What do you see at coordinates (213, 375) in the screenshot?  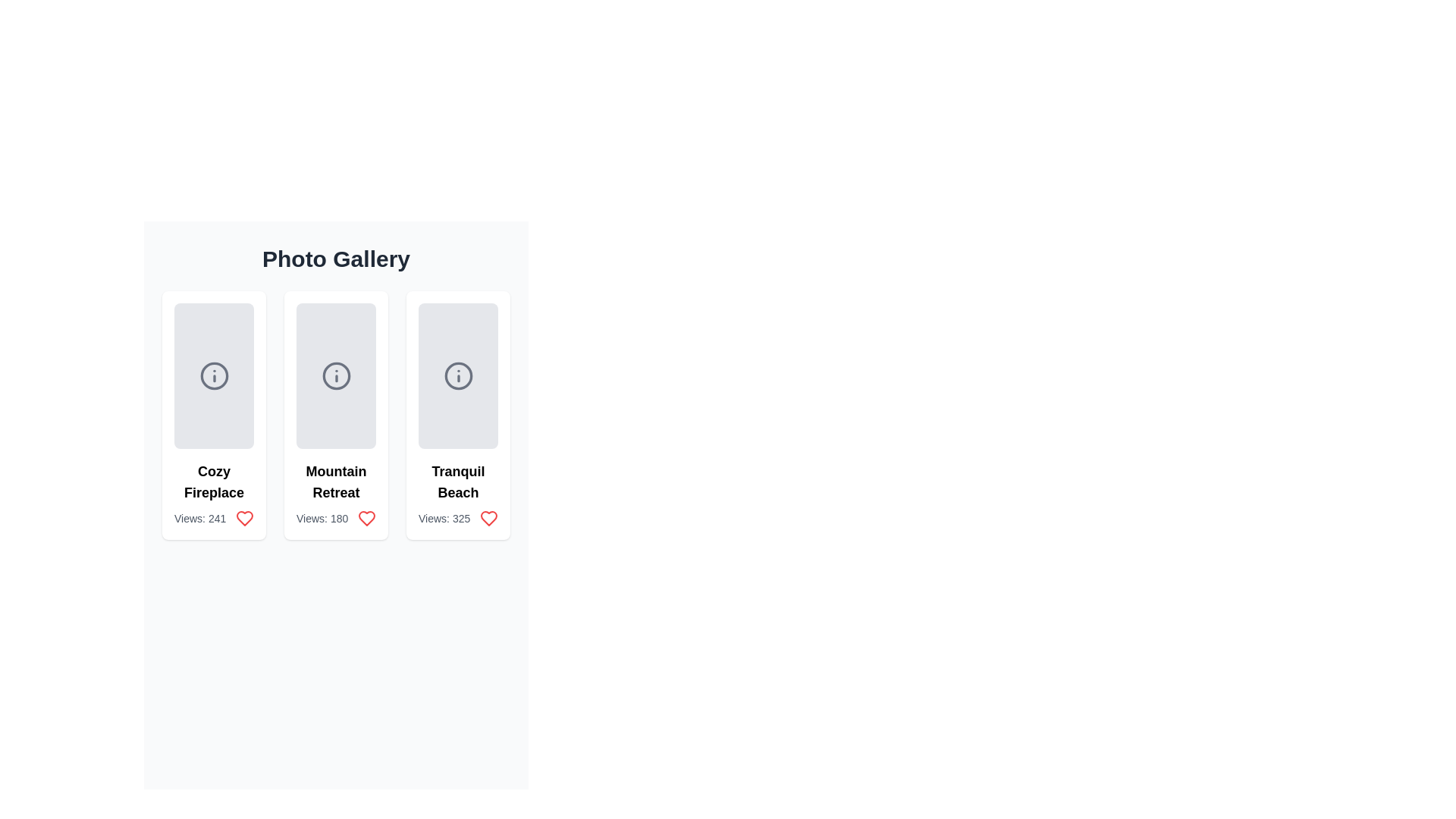 I see `the information icon related to the 'Cozy Fireplace' entry, which is centered above the text and views count` at bounding box center [213, 375].